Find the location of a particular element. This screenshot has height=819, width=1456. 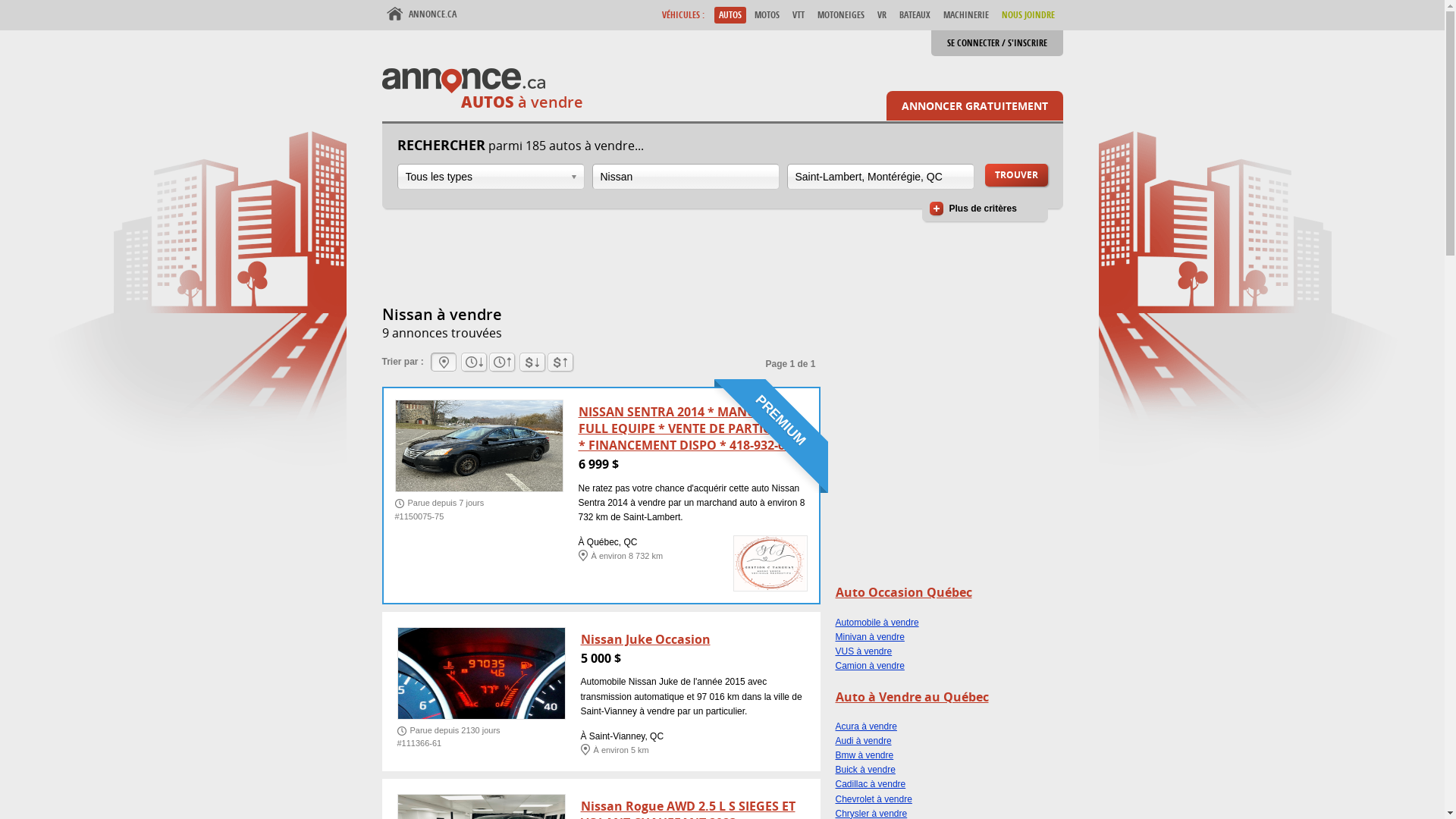

'NOUS JOINDRE' is located at coordinates (1027, 14).